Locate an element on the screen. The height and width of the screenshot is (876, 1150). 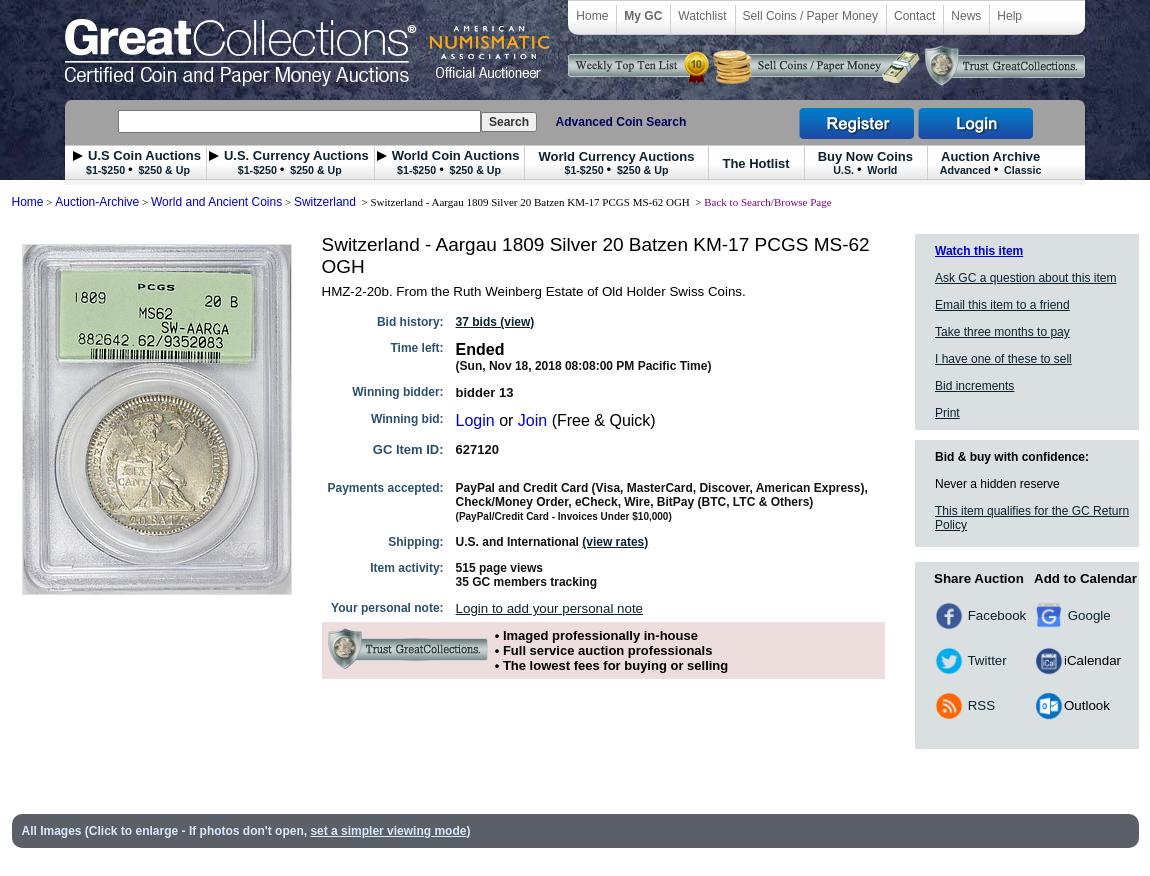
'Twitter' is located at coordinates (964, 658).